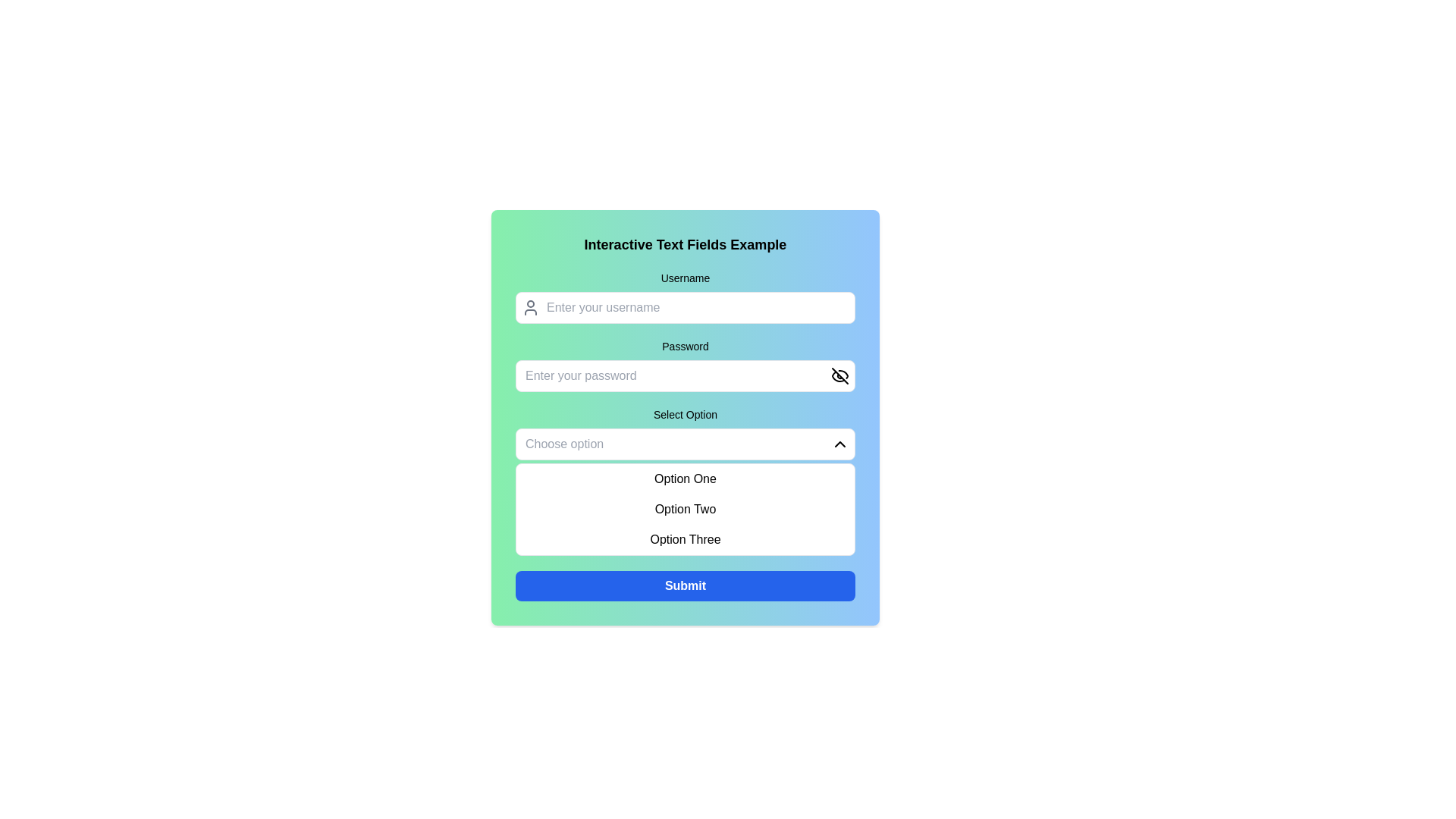 Image resolution: width=1456 pixels, height=819 pixels. Describe the element at coordinates (839, 375) in the screenshot. I see `the eye-off icon button located to the right of the password input field` at that location.